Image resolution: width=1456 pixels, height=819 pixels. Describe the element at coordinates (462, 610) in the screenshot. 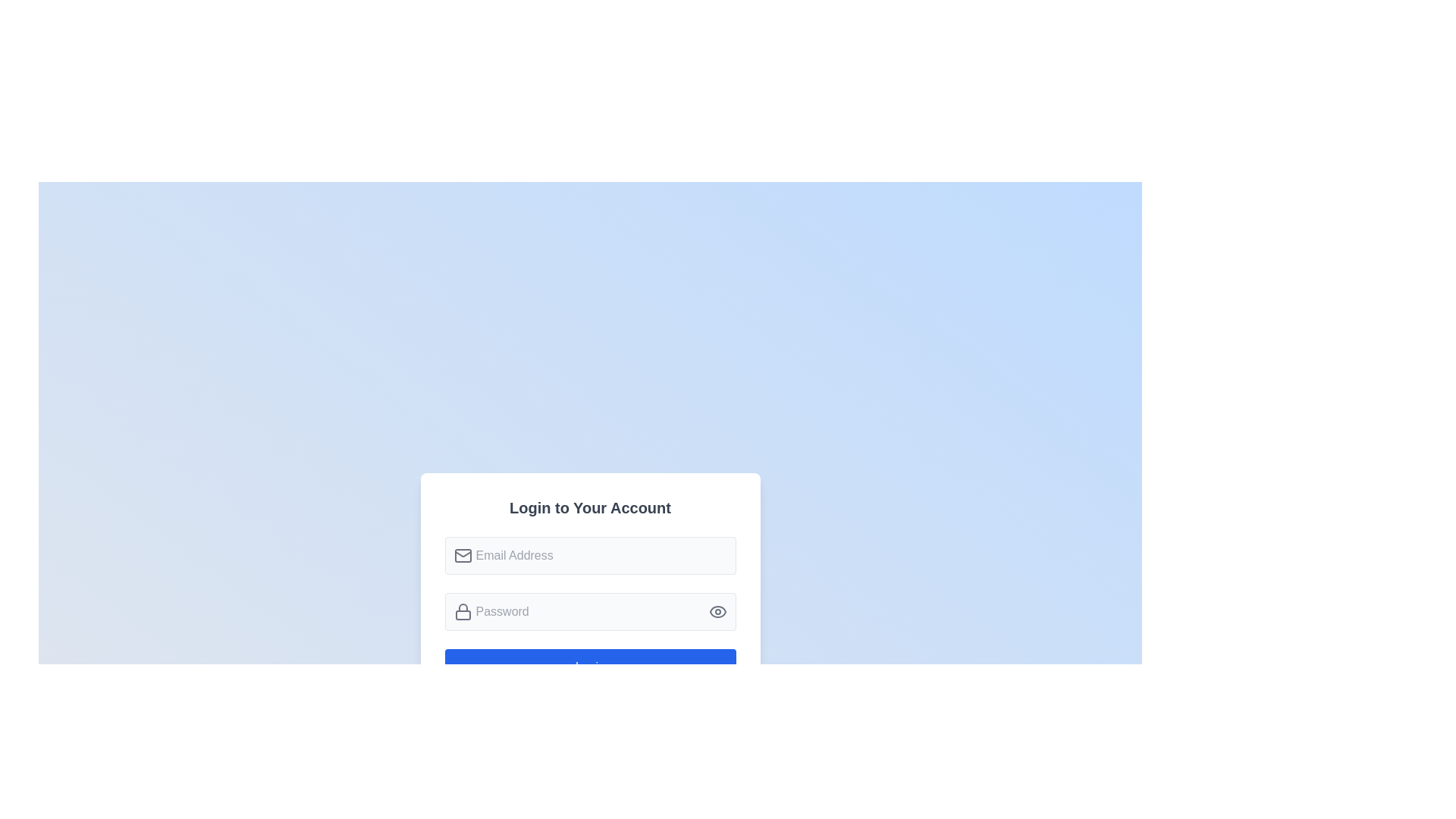

I see `the decorative lock icon located at the left edge of the password input field to visually indicate its security functionality` at that location.